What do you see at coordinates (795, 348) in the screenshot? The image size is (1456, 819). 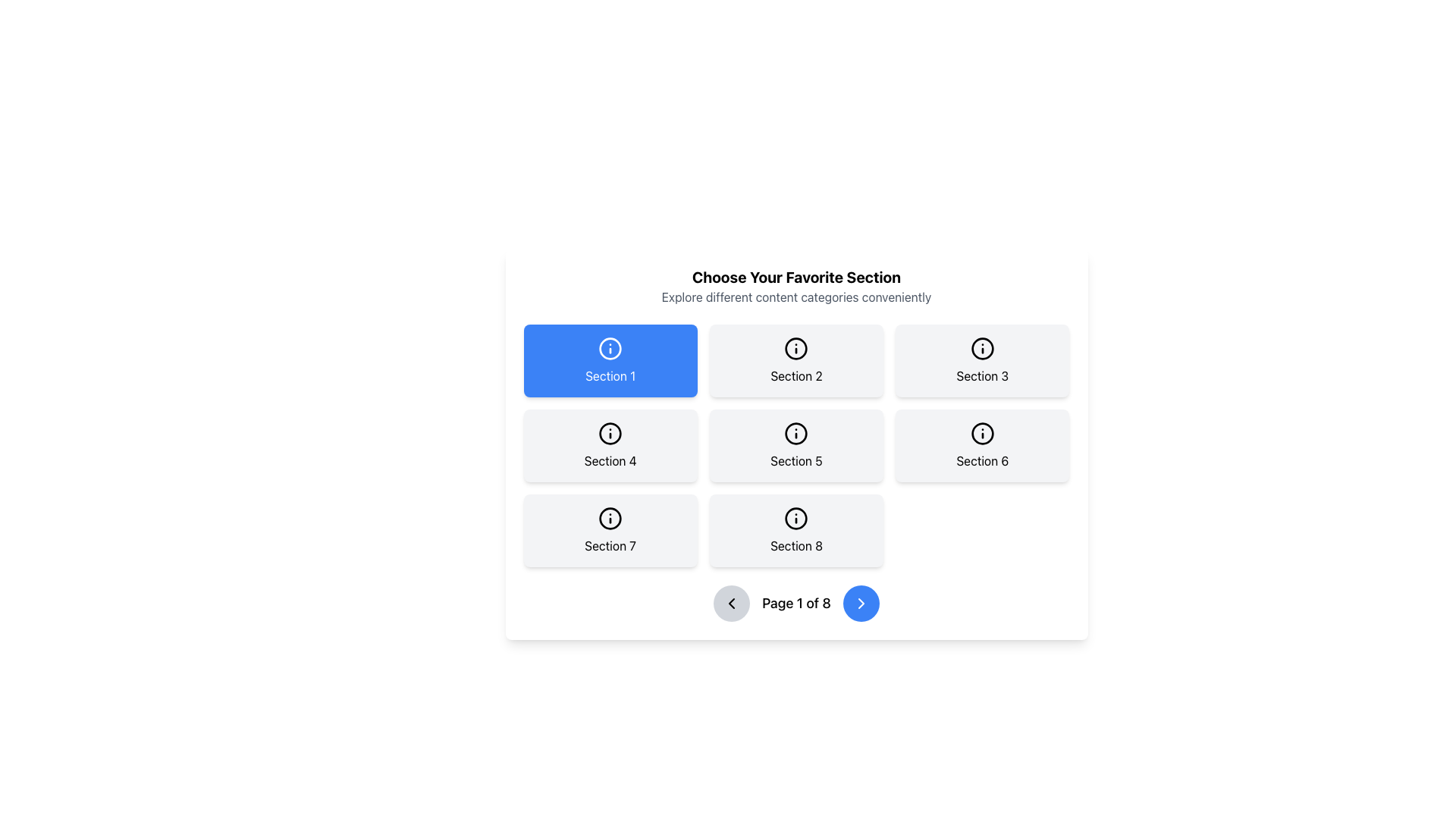 I see `the information icon located in the center of the 'Section 2' card, which features a minimalistic design with a lowercase 'i' symbol inside a circular border` at bounding box center [795, 348].